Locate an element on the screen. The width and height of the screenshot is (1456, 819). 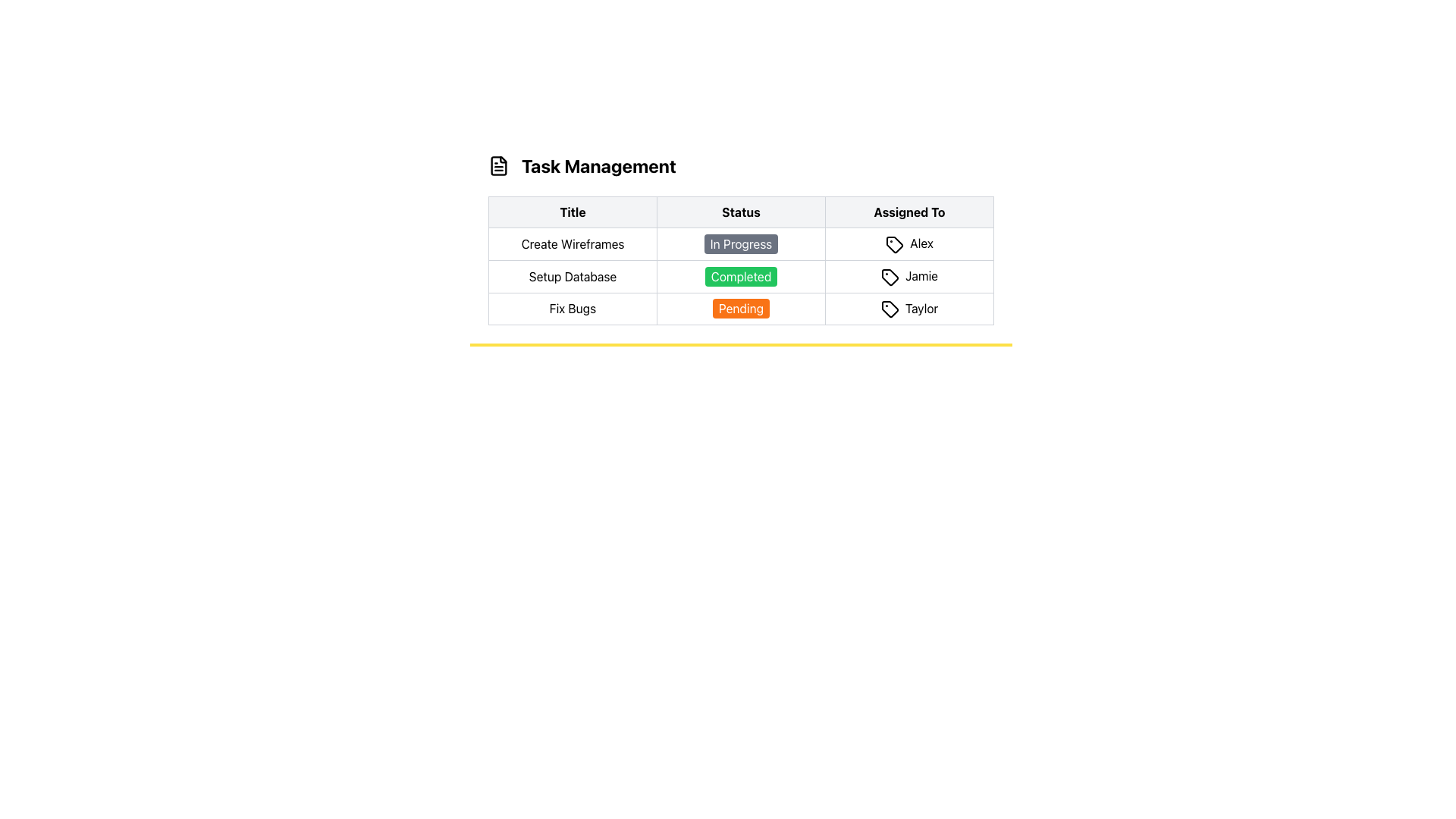
the 'In Progress' label, which is a rectangular element with white text on a gray background, located in the 'Status' column of the 'Create Wireframes' task row is located at coordinates (741, 240).